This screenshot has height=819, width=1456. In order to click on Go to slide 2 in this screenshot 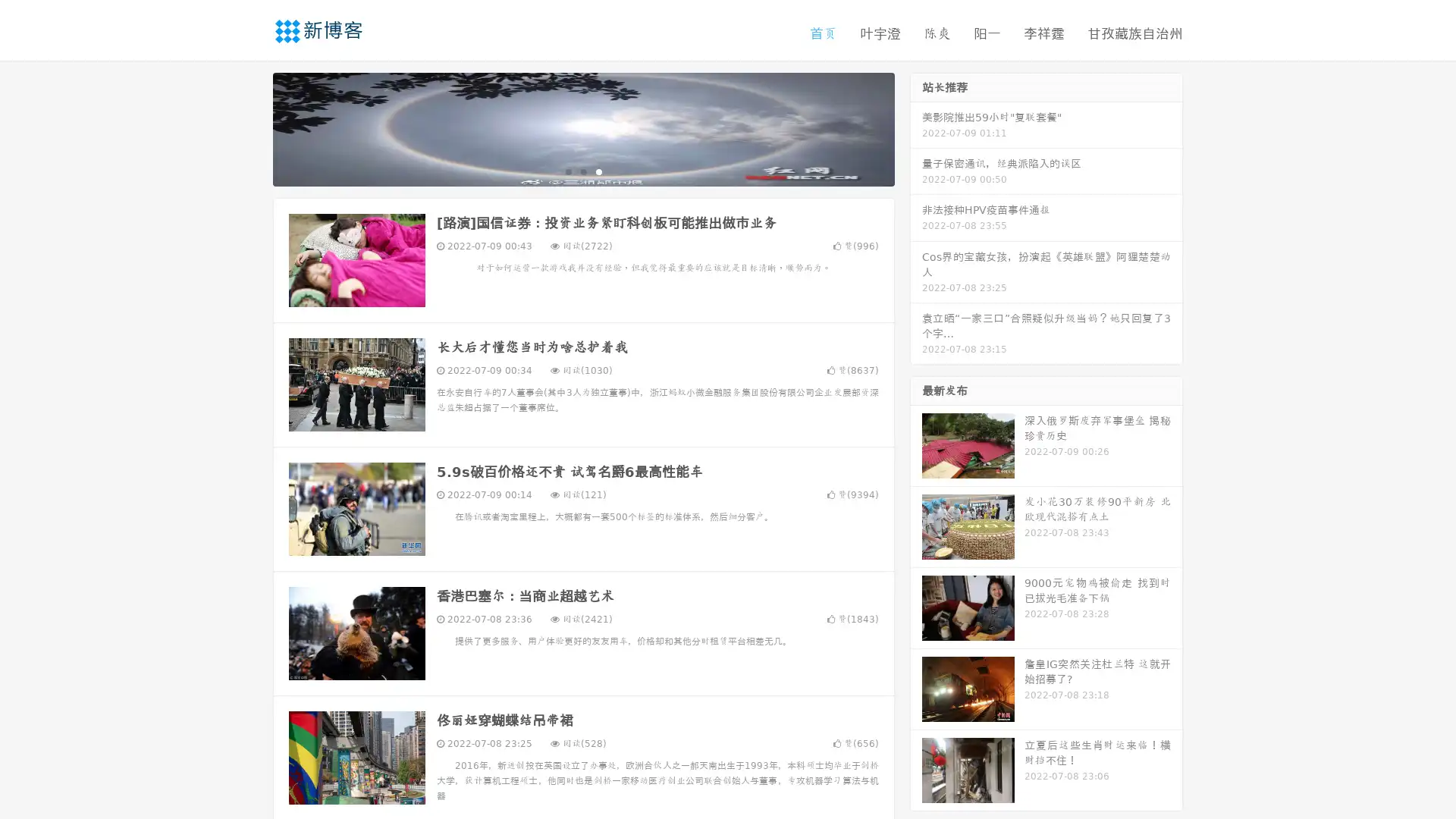, I will do `click(582, 171)`.